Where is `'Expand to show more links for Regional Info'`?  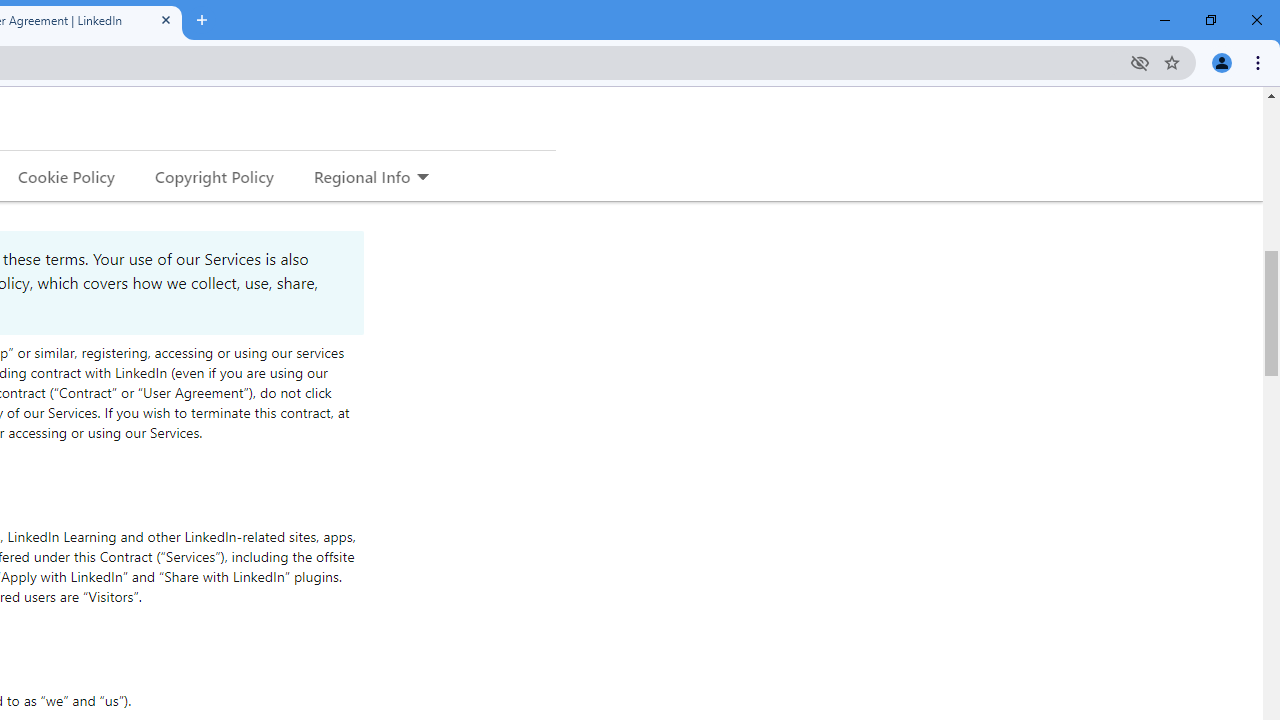
'Expand to show more links for Regional Info' is located at coordinates (421, 177).